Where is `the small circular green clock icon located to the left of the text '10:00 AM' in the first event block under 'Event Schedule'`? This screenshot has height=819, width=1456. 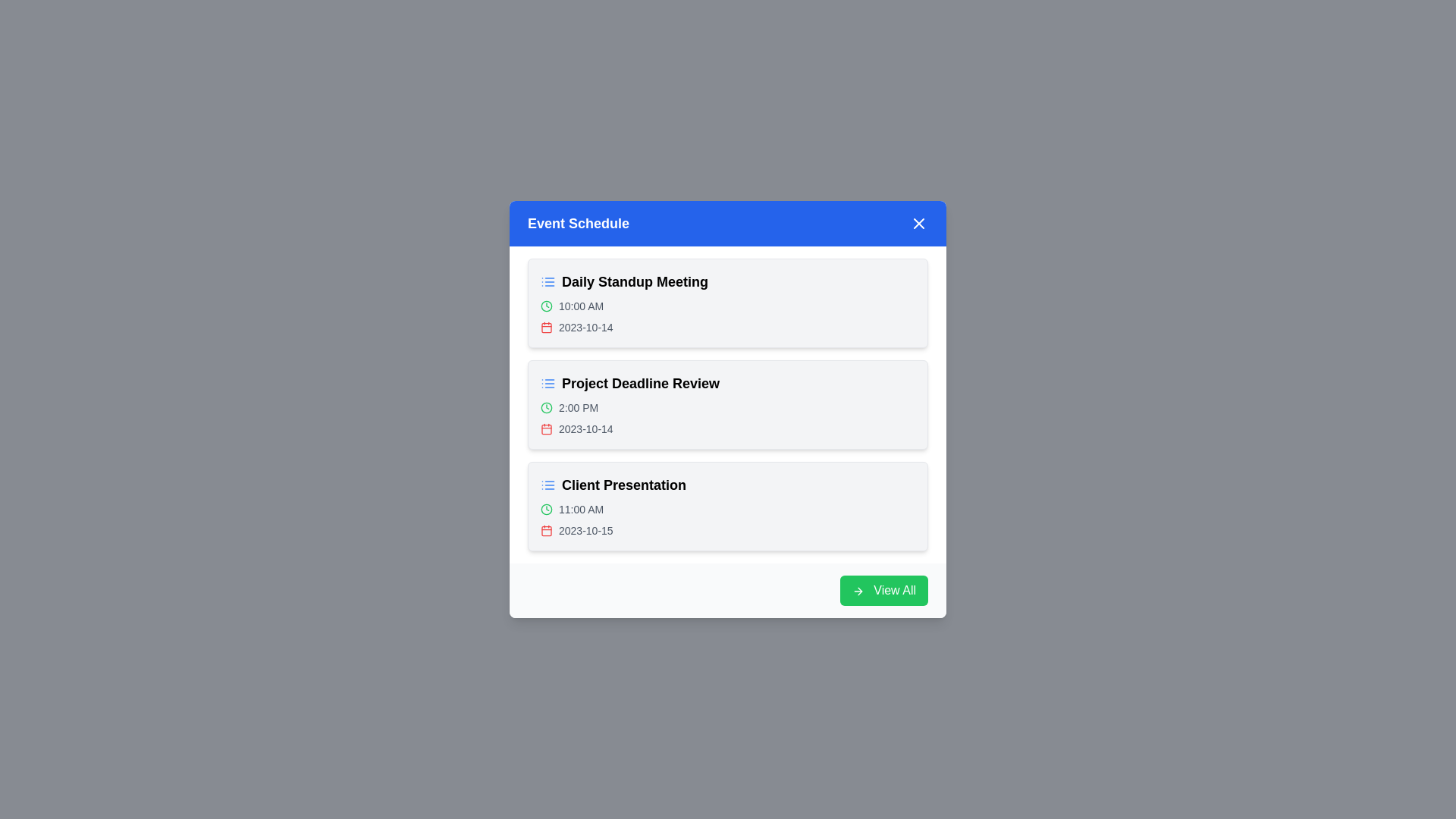 the small circular green clock icon located to the left of the text '10:00 AM' in the first event block under 'Event Schedule' is located at coordinates (546, 306).